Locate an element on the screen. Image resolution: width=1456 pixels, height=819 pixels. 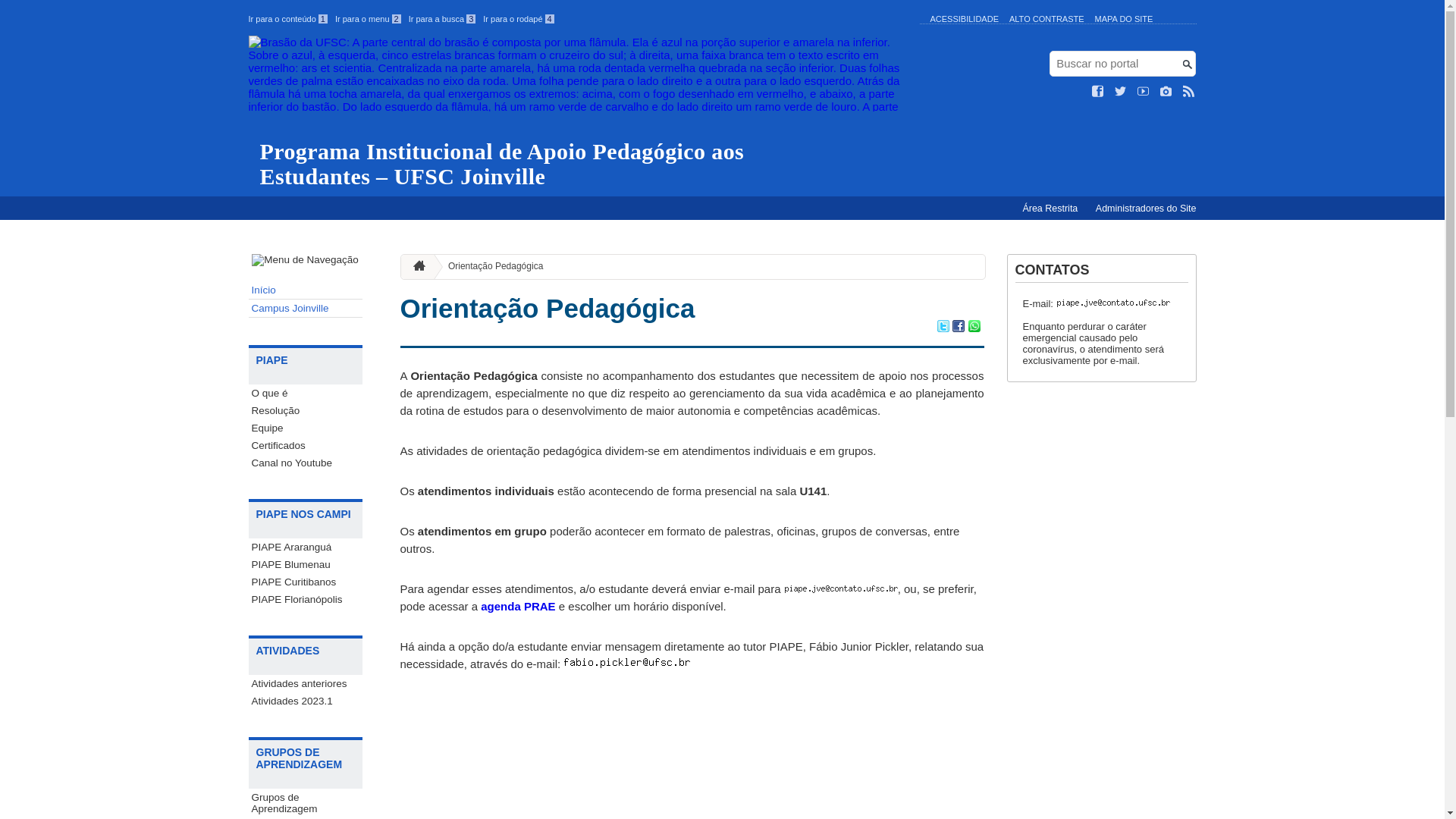
'Equipe' is located at coordinates (305, 428).